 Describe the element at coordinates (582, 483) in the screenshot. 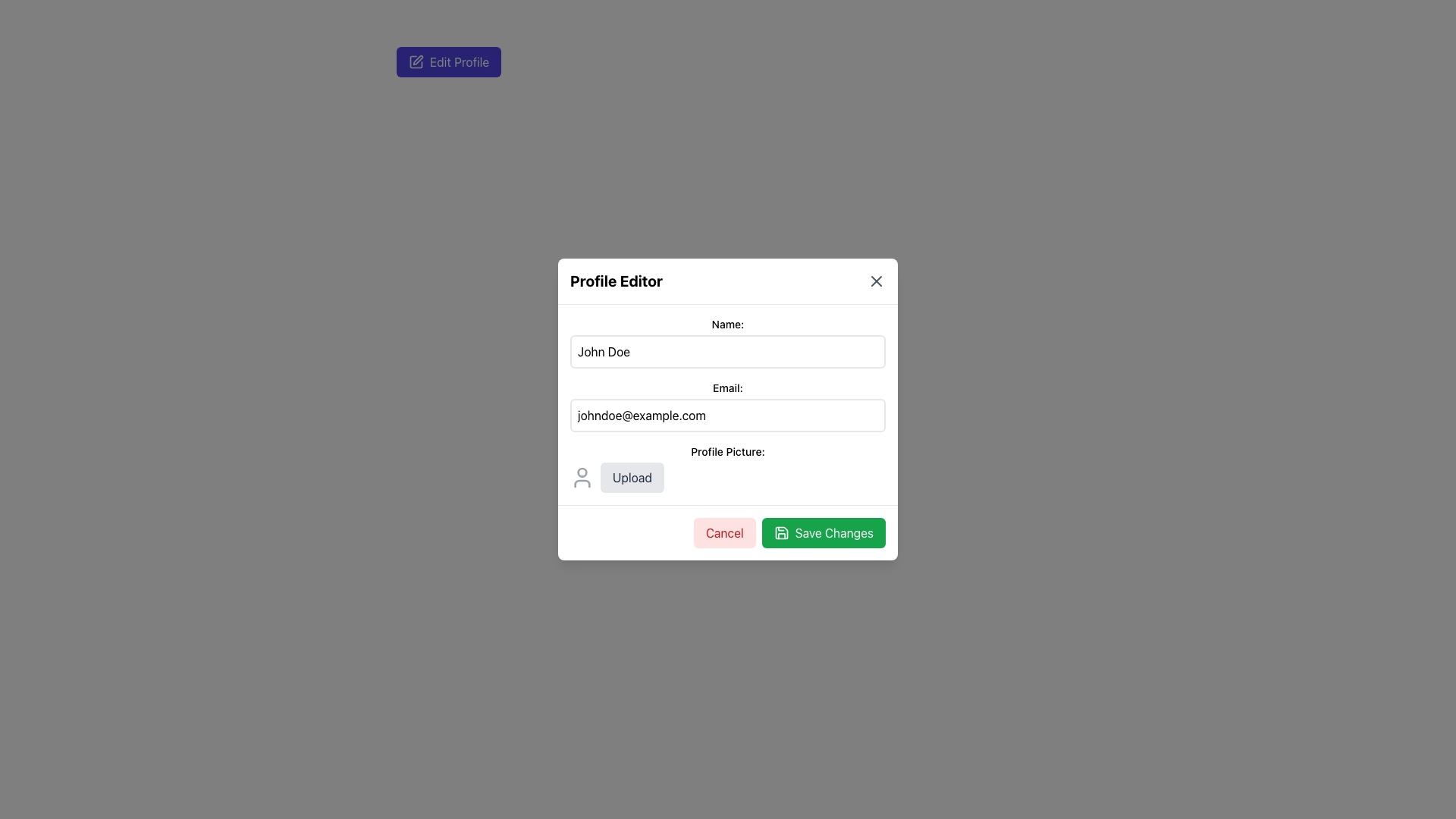

I see `the lower portion of the user profile icon, which is part of a minimalist SVG graphic, located near the 'Upload' button in the 'Profile Picture' section of the modal` at that location.